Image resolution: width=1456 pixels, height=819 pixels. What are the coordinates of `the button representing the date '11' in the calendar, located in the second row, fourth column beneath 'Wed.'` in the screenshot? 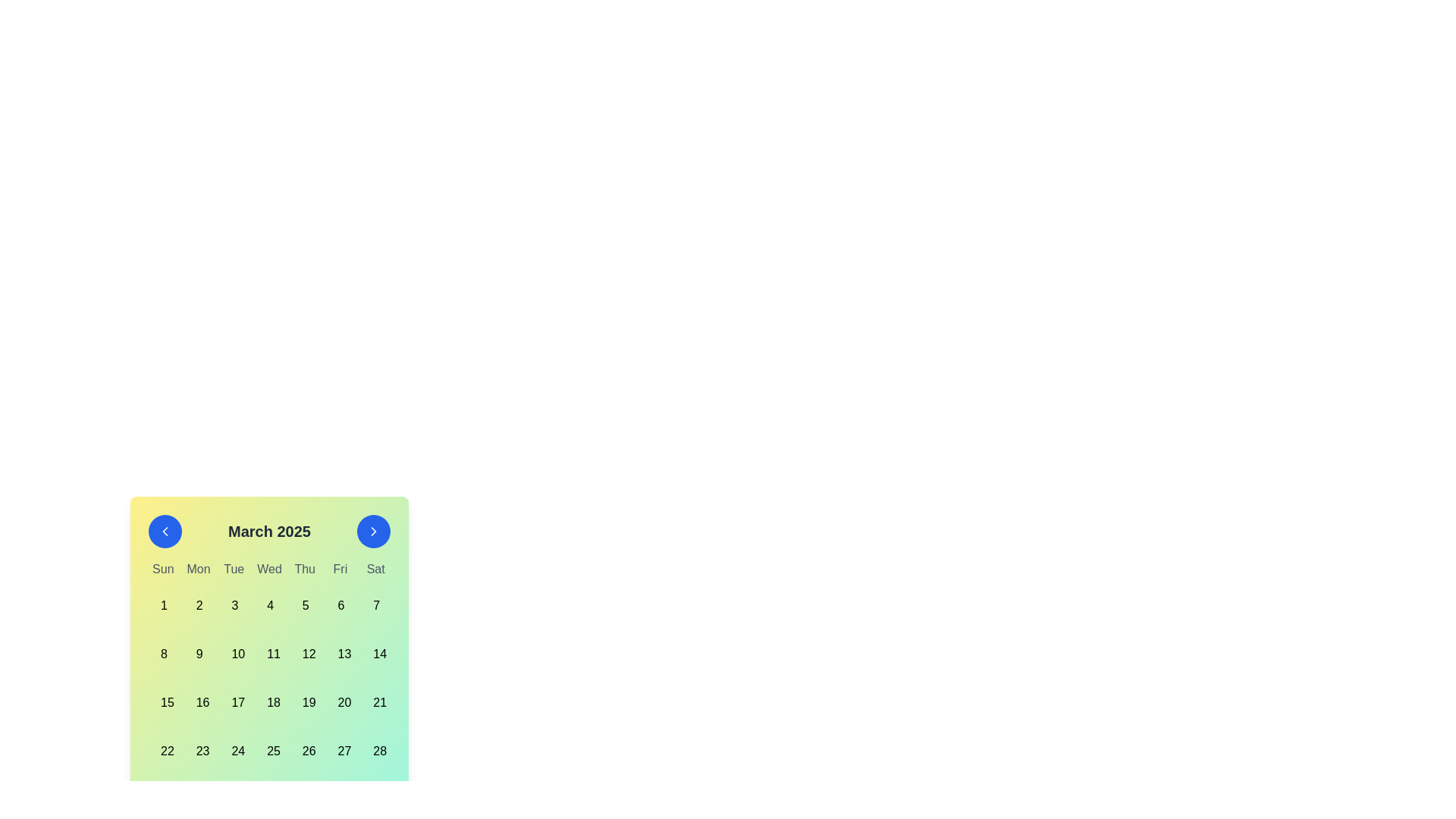 It's located at (269, 654).